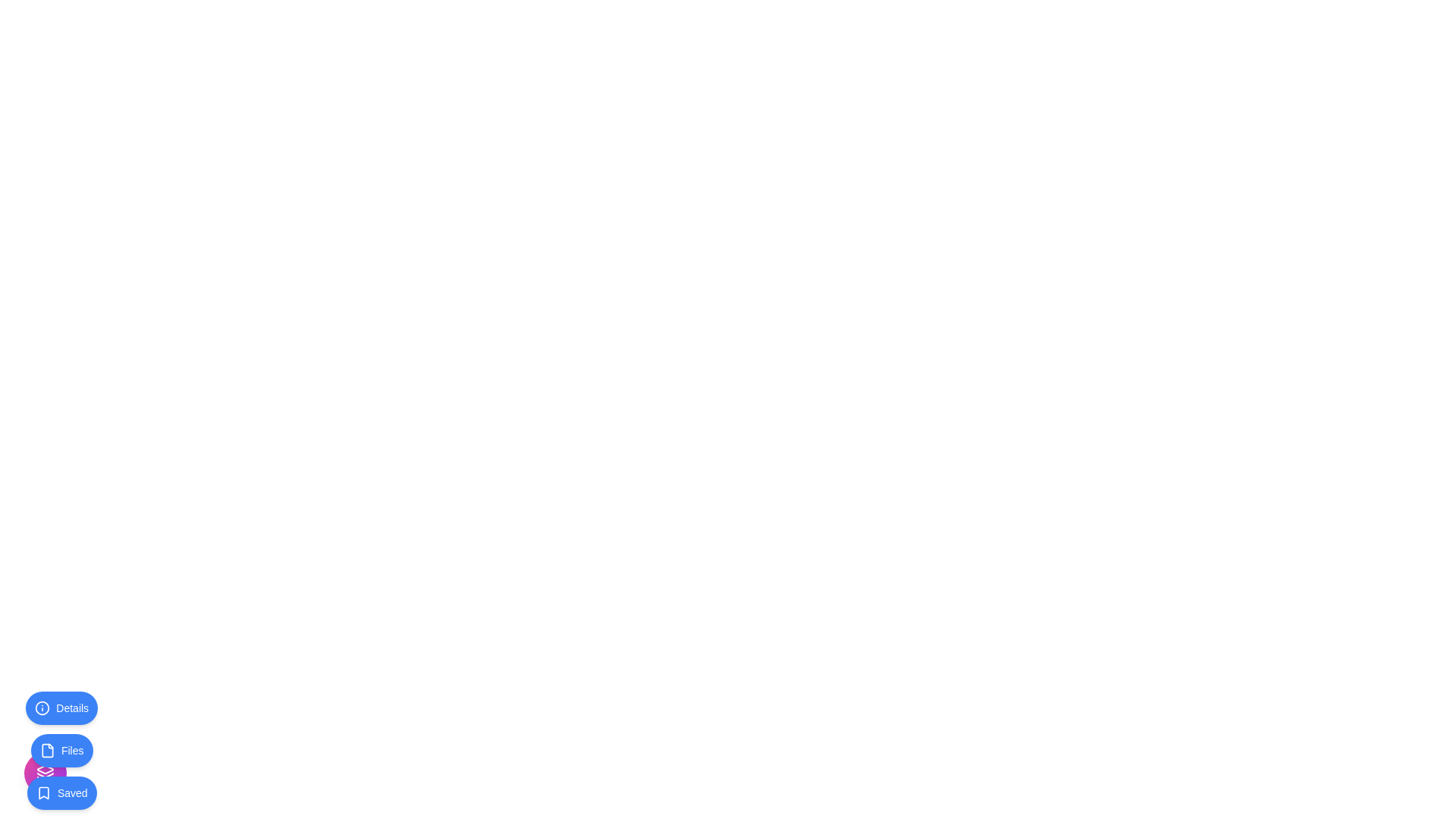 The height and width of the screenshot is (819, 1456). What do you see at coordinates (47, 751) in the screenshot?
I see `the file icon within the 'Files' button` at bounding box center [47, 751].